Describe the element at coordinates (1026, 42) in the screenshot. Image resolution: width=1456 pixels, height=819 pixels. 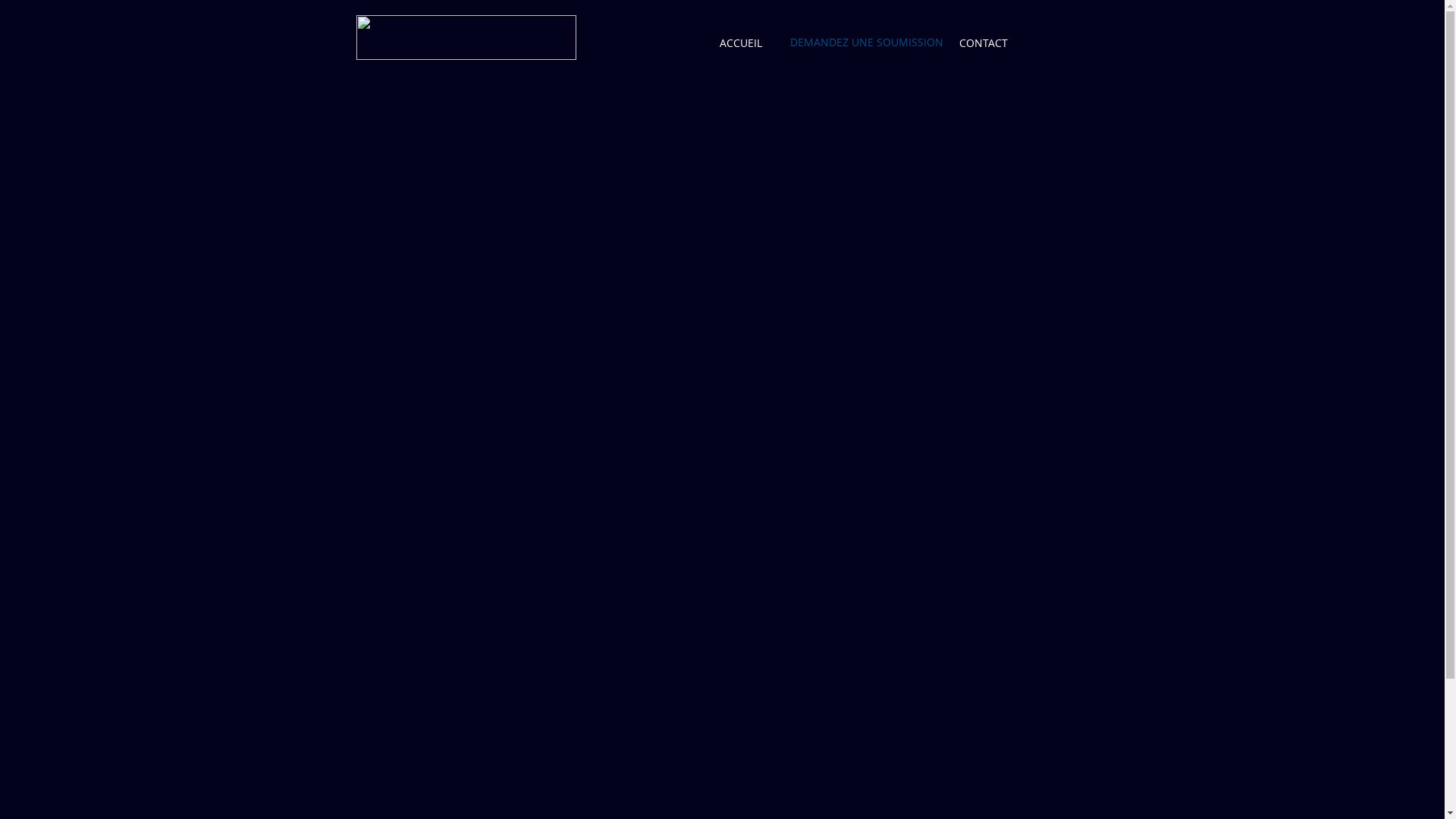
I see `'Wix Language Menu'` at that location.